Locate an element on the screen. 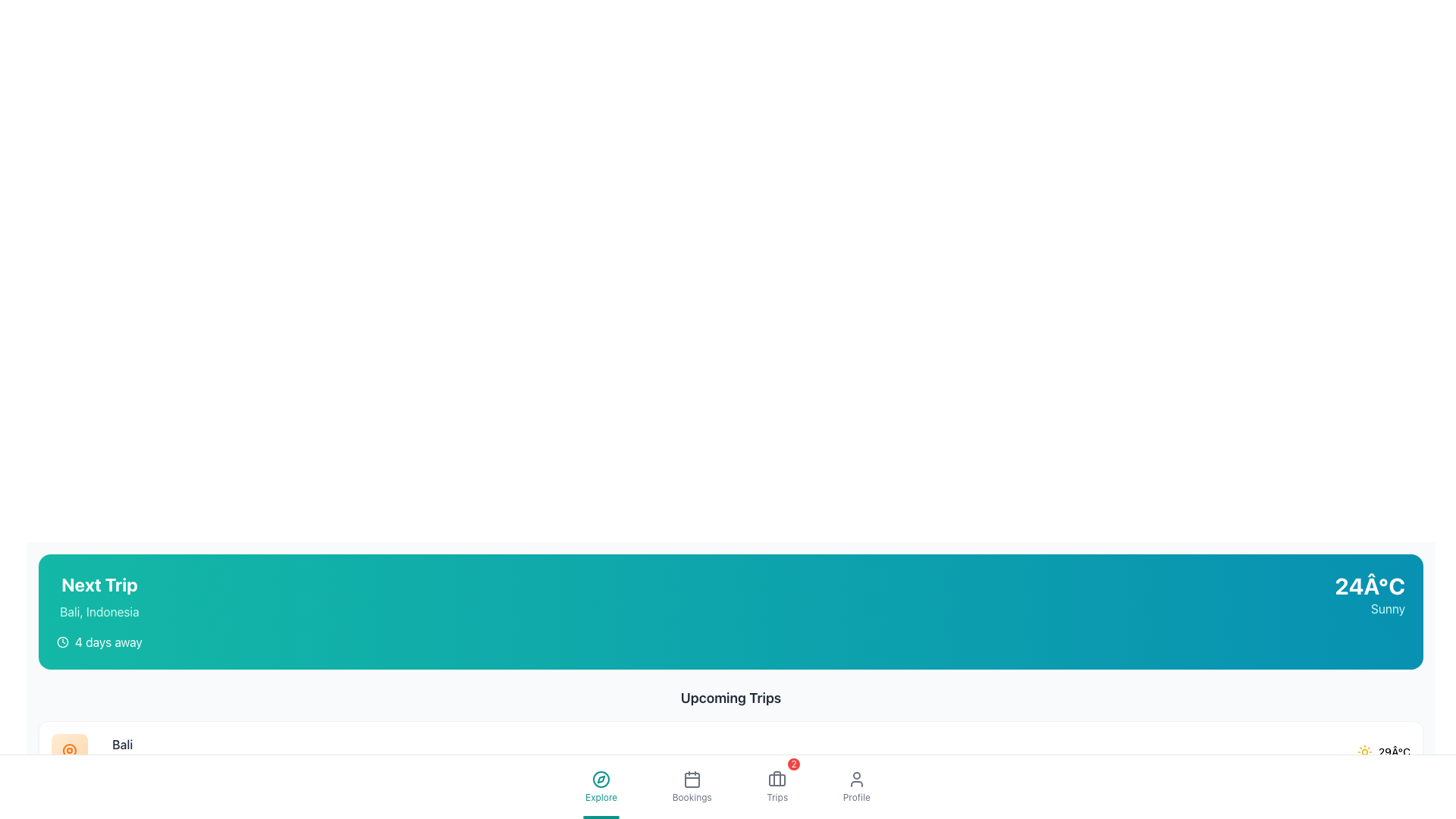 The height and width of the screenshot is (819, 1456). the sun icon, which is a yellow graphical representation indicating sunny weather, located in the lower right section of the UI layout is located at coordinates (1364, 752).